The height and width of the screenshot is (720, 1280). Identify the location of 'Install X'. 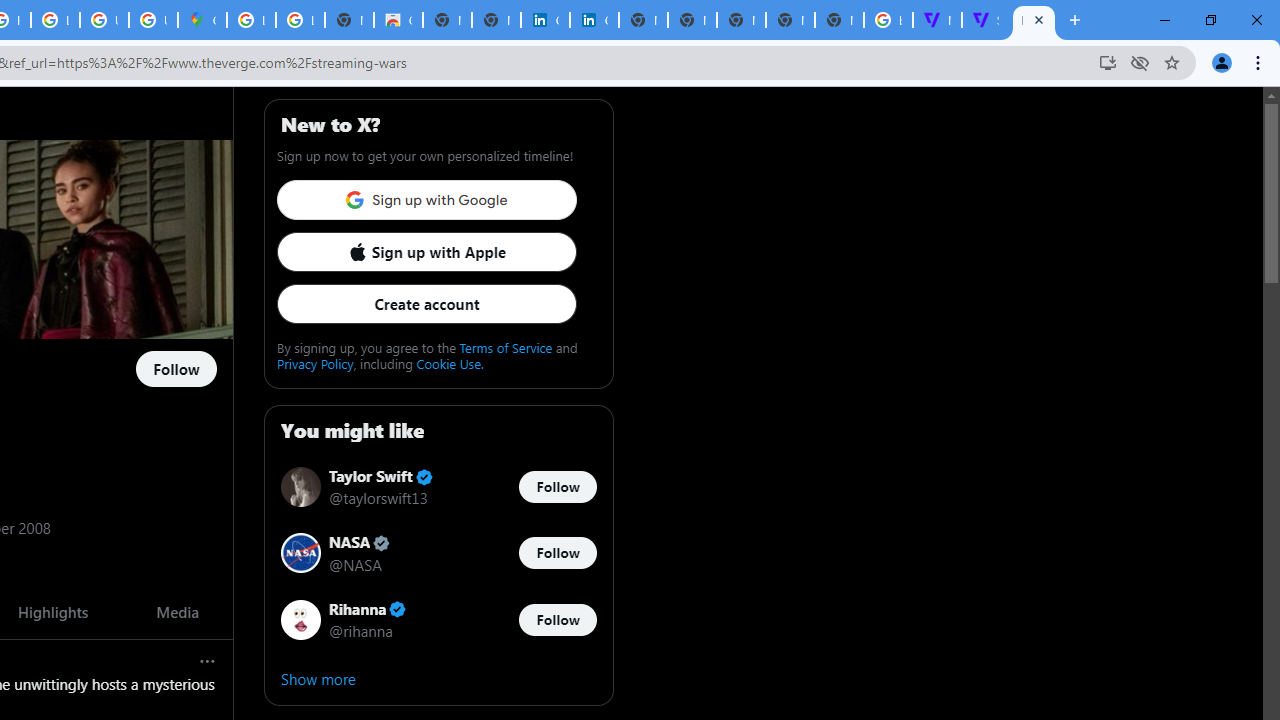
(1106, 61).